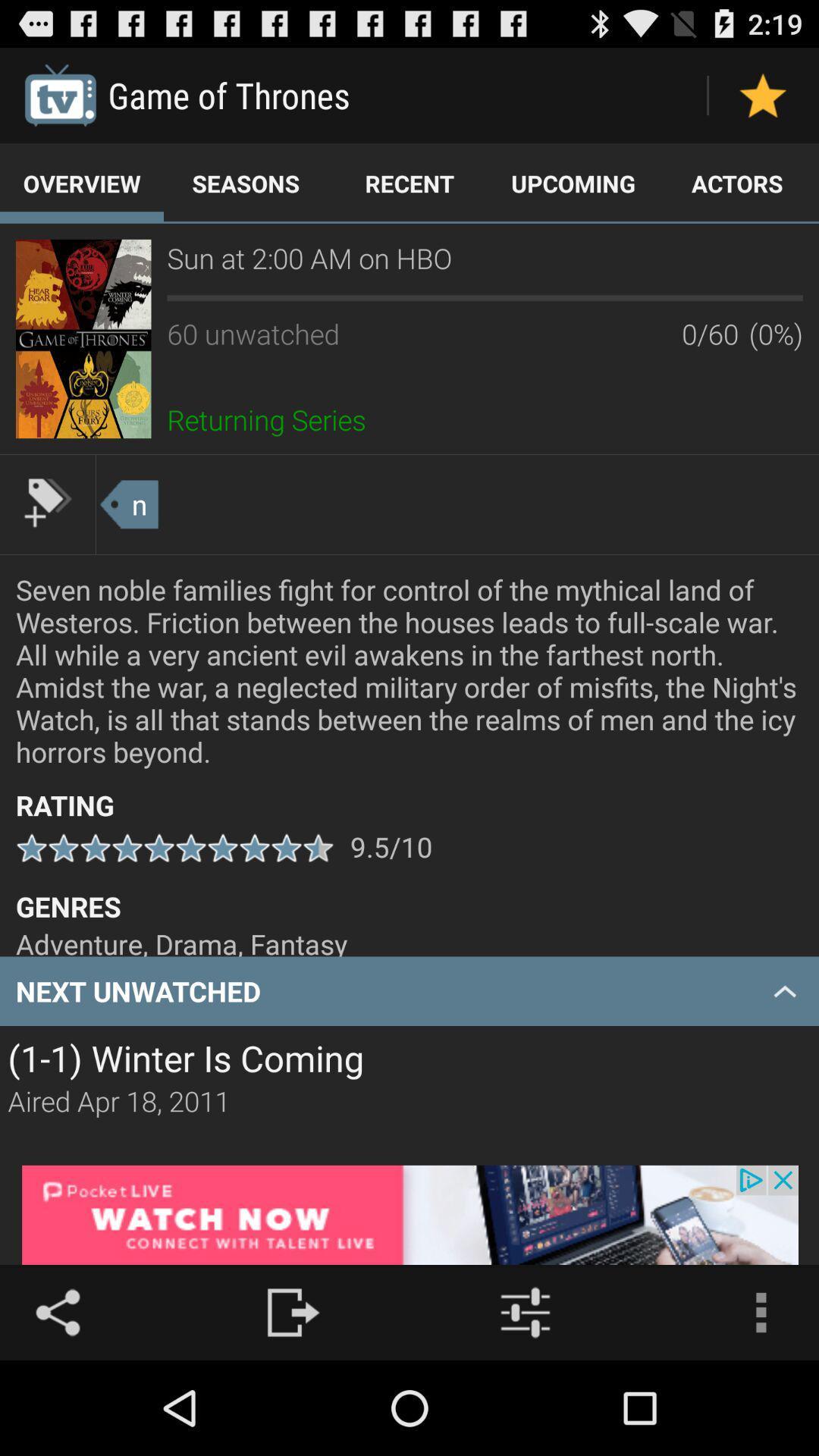  What do you see at coordinates (763, 94) in the screenshot?
I see `favorite` at bounding box center [763, 94].